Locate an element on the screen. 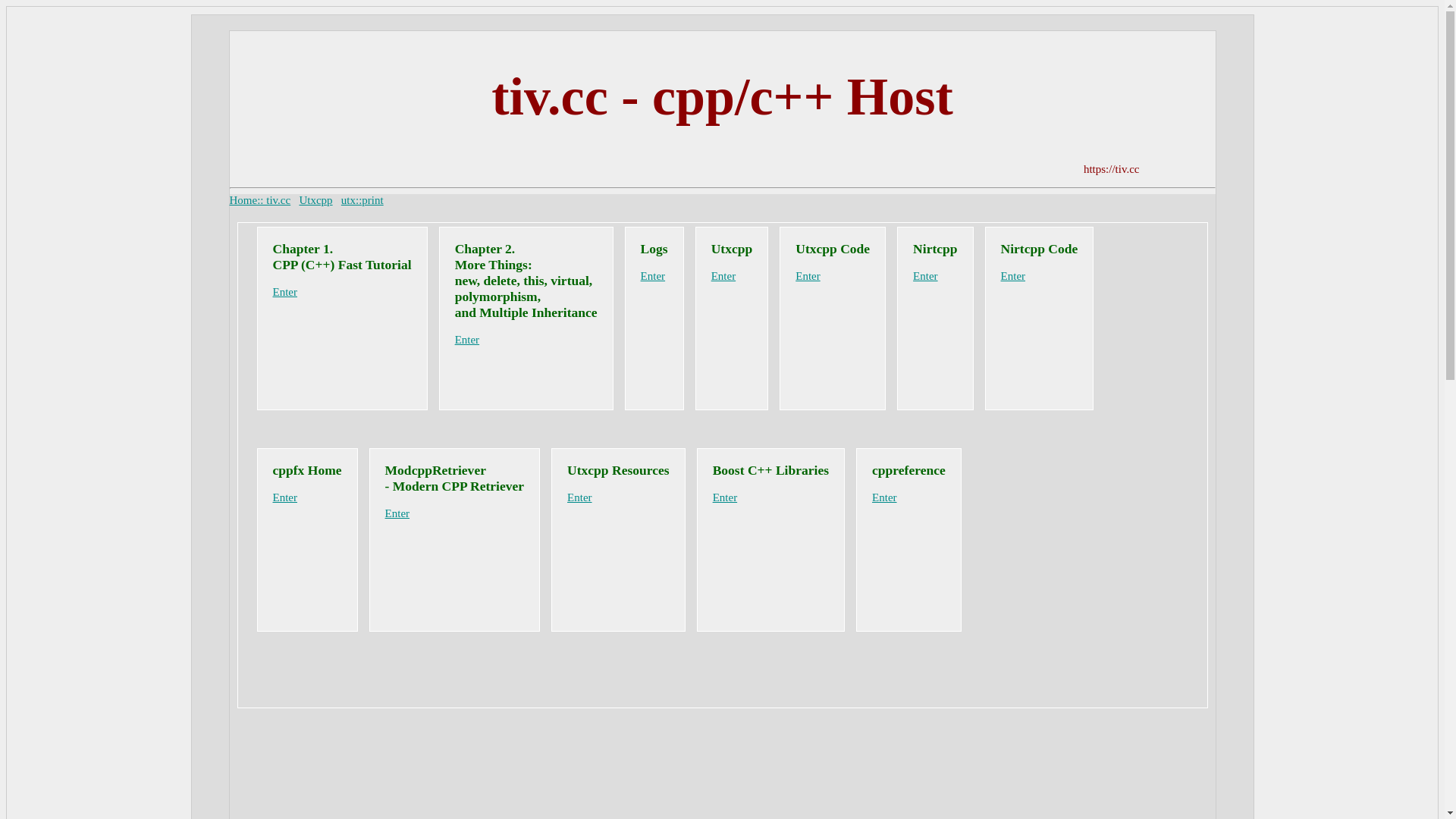 The height and width of the screenshot is (819, 1456). 'Enter' is located at coordinates (712, 497).